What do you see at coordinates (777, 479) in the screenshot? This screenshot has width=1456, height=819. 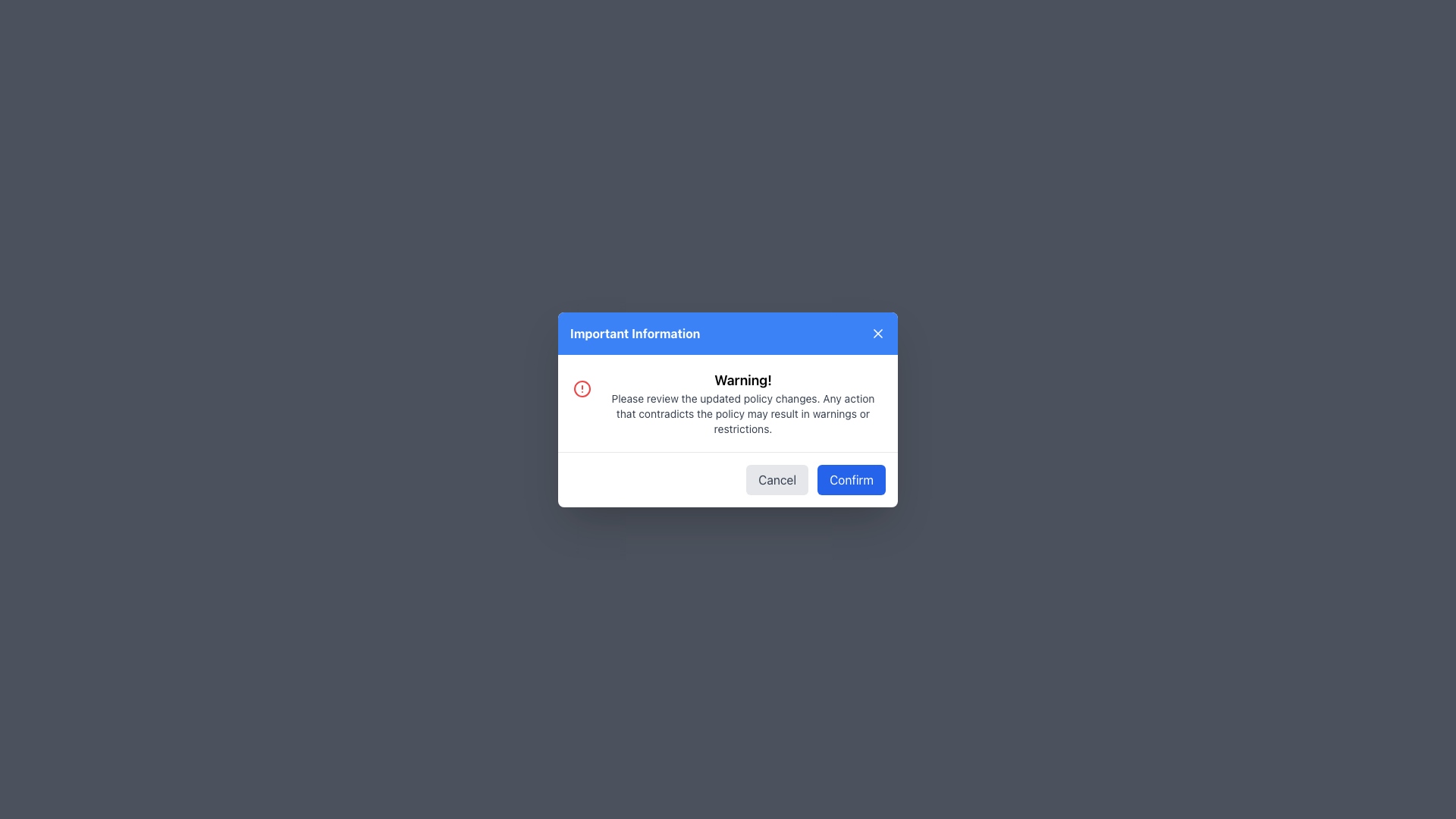 I see `the cancel button located in the bottom-right section of the dialog box` at bounding box center [777, 479].